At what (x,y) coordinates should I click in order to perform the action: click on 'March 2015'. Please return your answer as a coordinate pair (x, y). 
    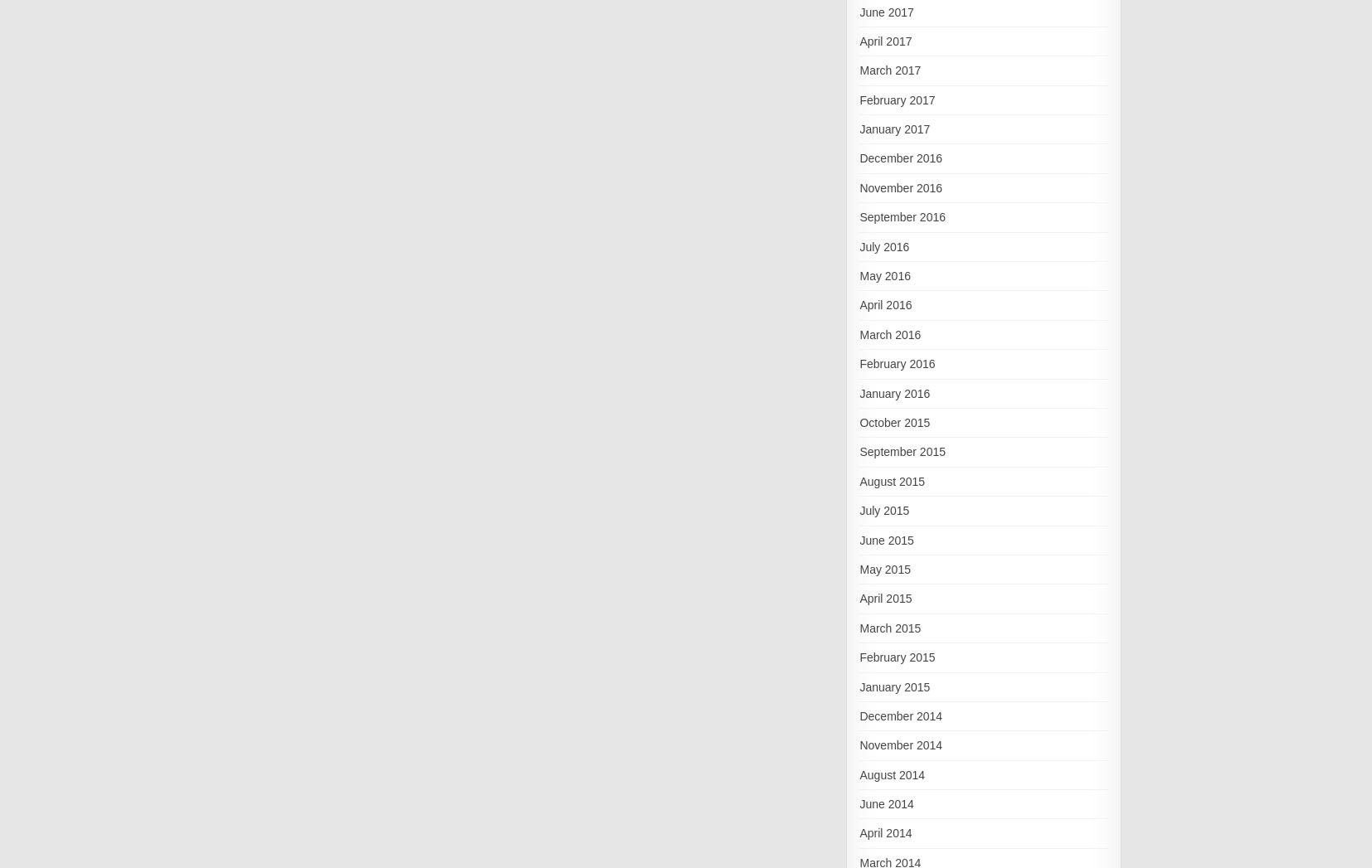
    Looking at the image, I should click on (888, 627).